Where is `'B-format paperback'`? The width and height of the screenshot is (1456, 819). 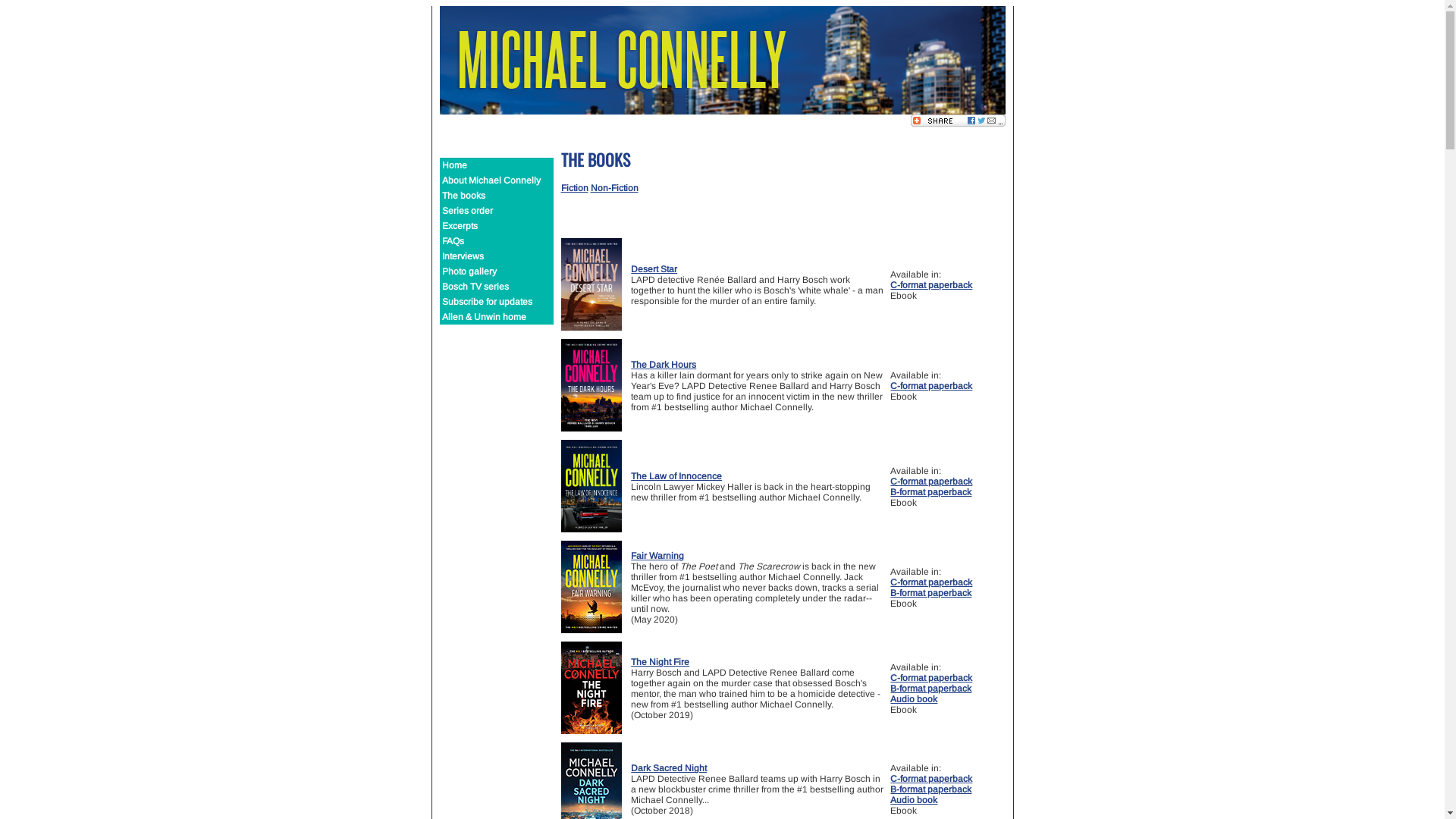
'B-format paperback' is located at coordinates (930, 491).